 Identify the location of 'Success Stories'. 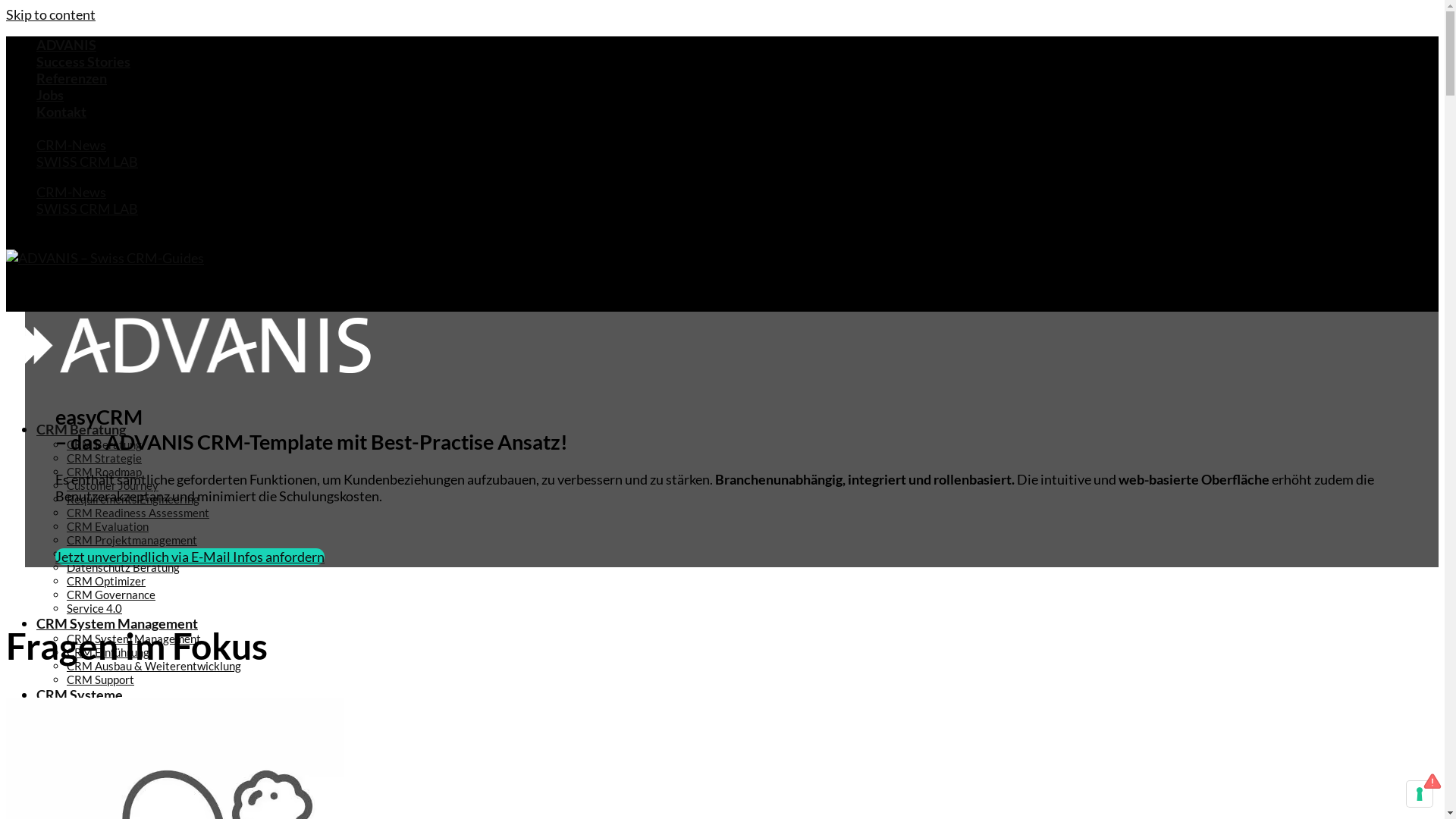
(36, 61).